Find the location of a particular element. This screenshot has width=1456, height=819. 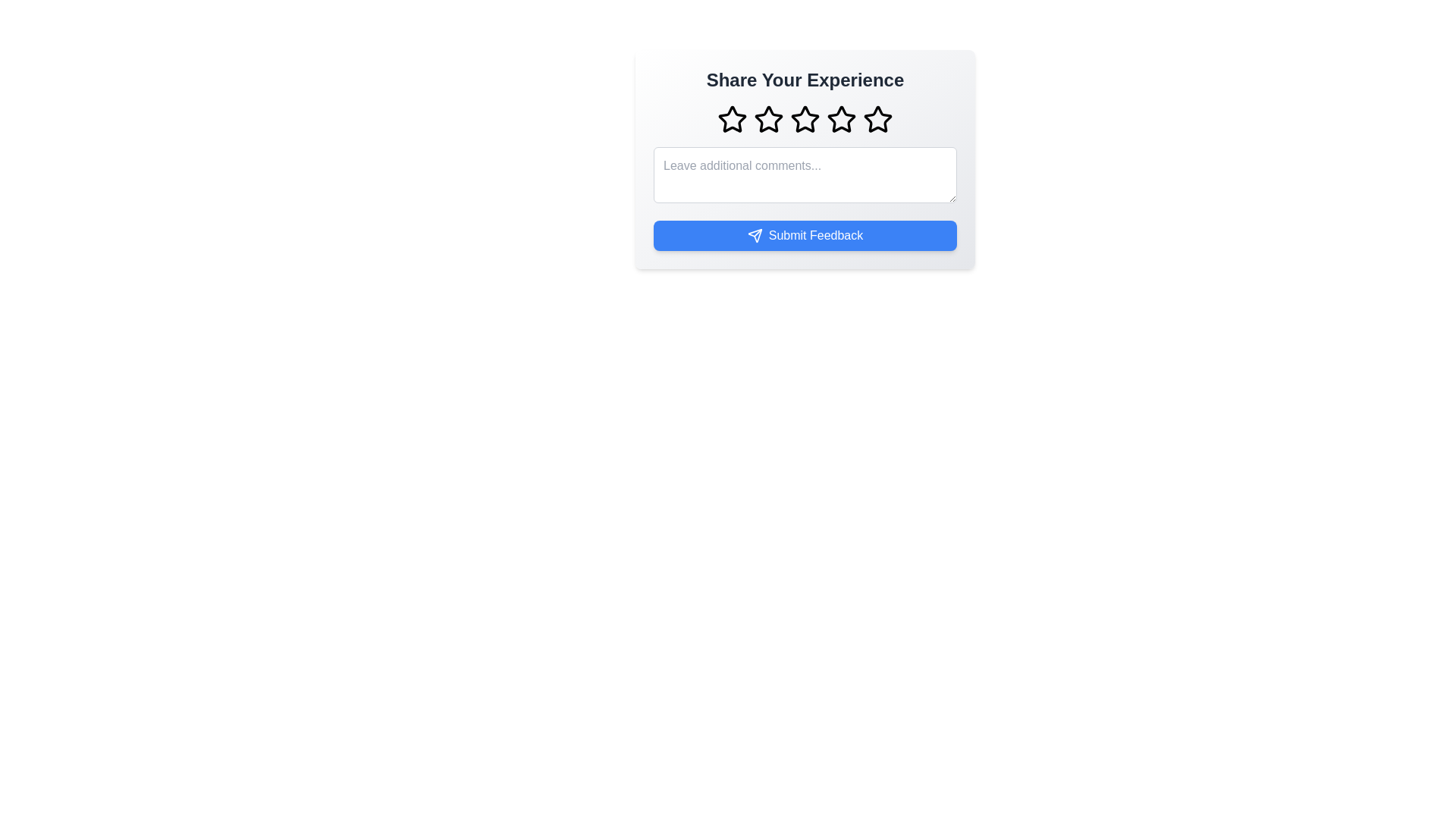

the first star icon in the horizontal row is located at coordinates (732, 118).